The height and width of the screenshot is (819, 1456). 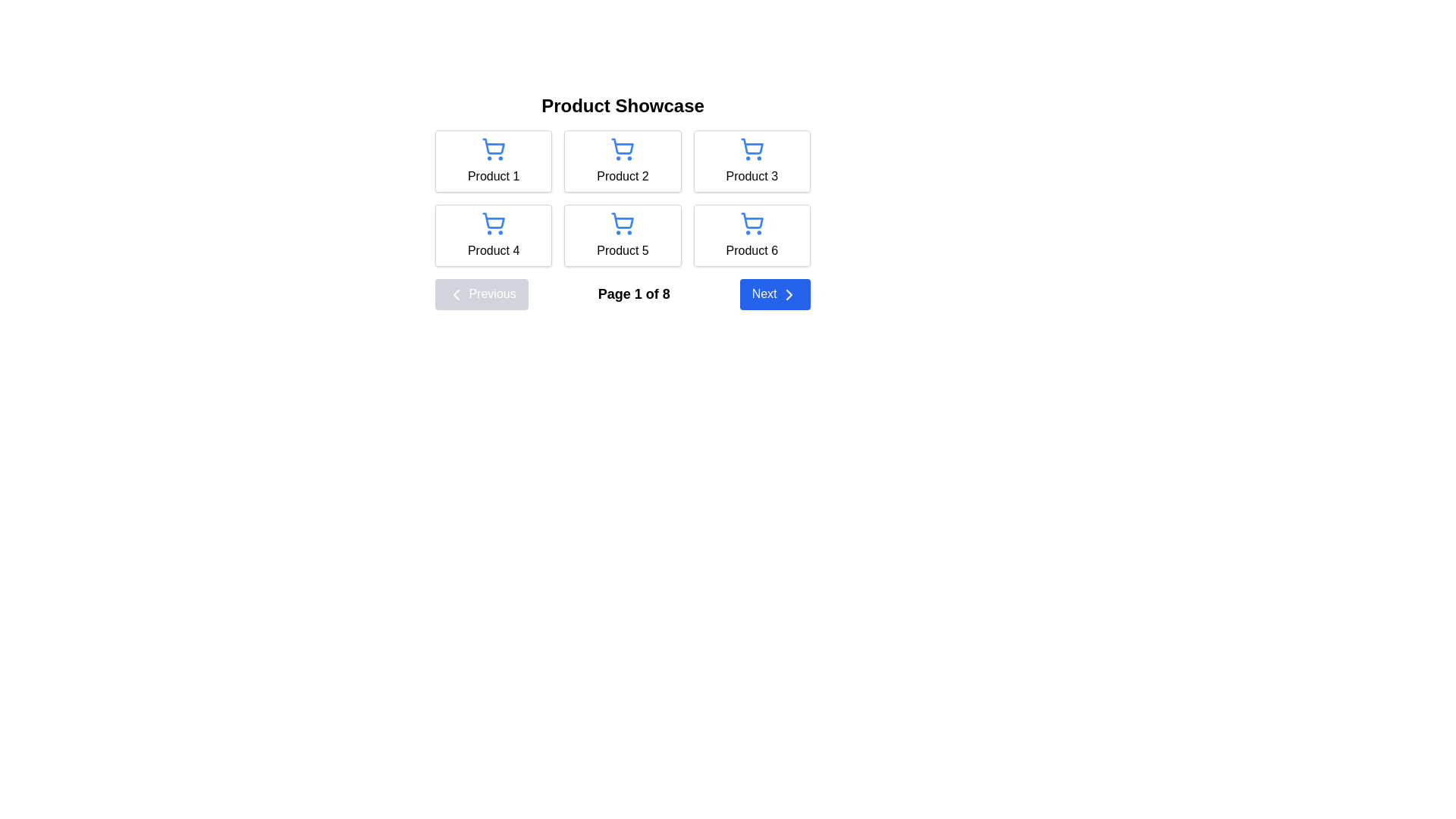 I want to click on the shopping cart icon associated with 'Product 4', located in the second block of the first column, so click(x=494, y=221).